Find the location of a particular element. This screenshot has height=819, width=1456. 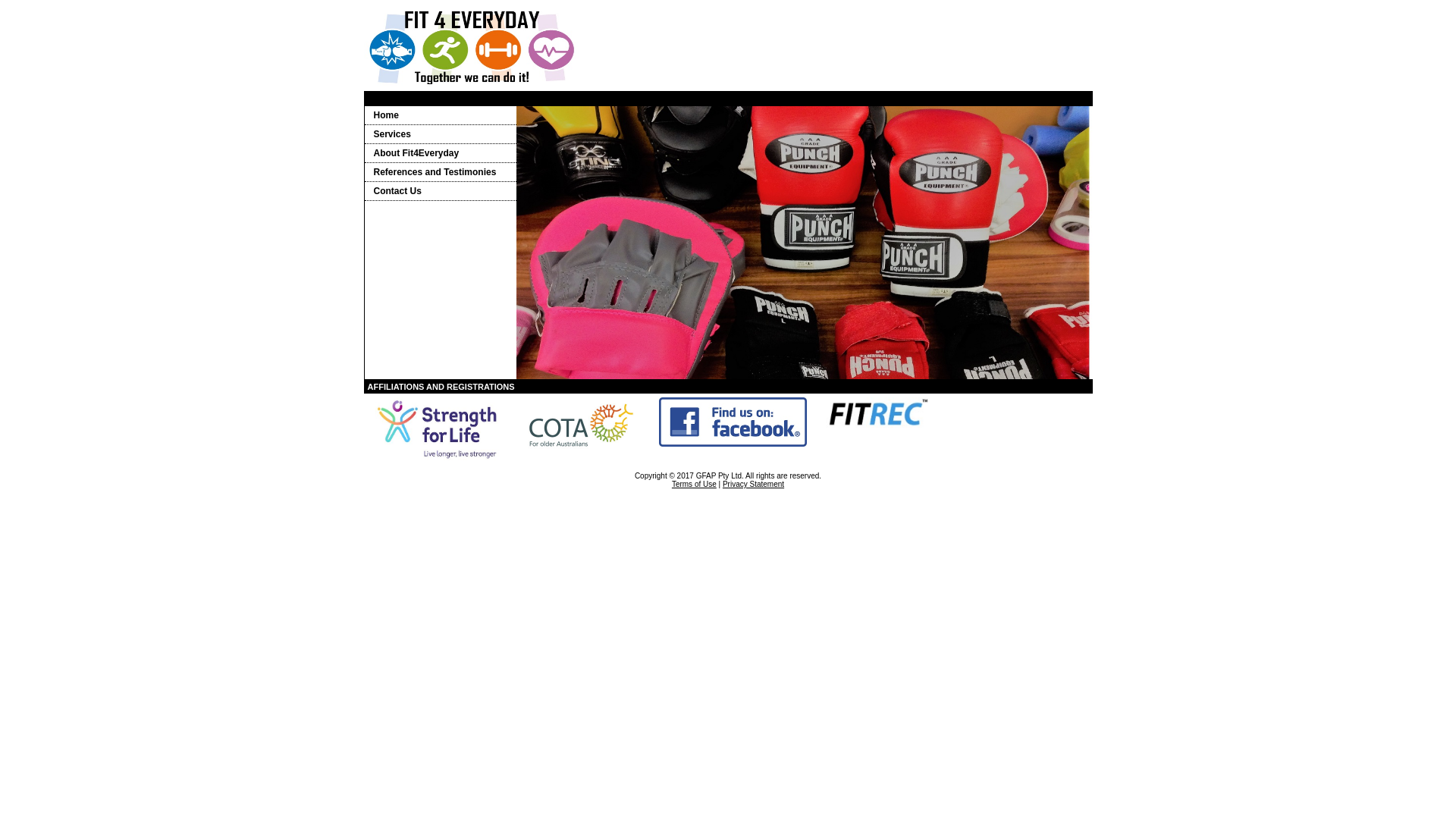

'References and Testimonies' is located at coordinates (439, 171).